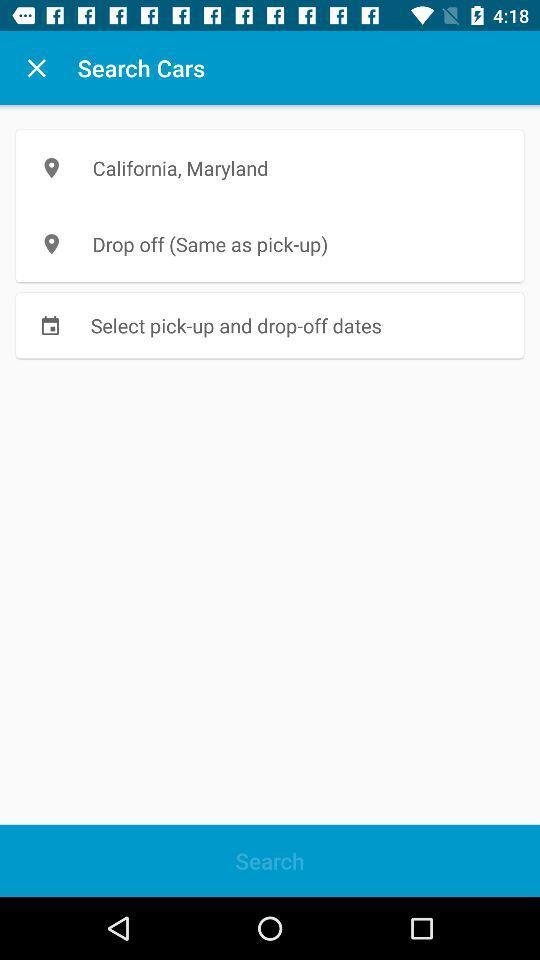  Describe the element at coordinates (36, 68) in the screenshot. I see `icon next to search cars icon` at that location.